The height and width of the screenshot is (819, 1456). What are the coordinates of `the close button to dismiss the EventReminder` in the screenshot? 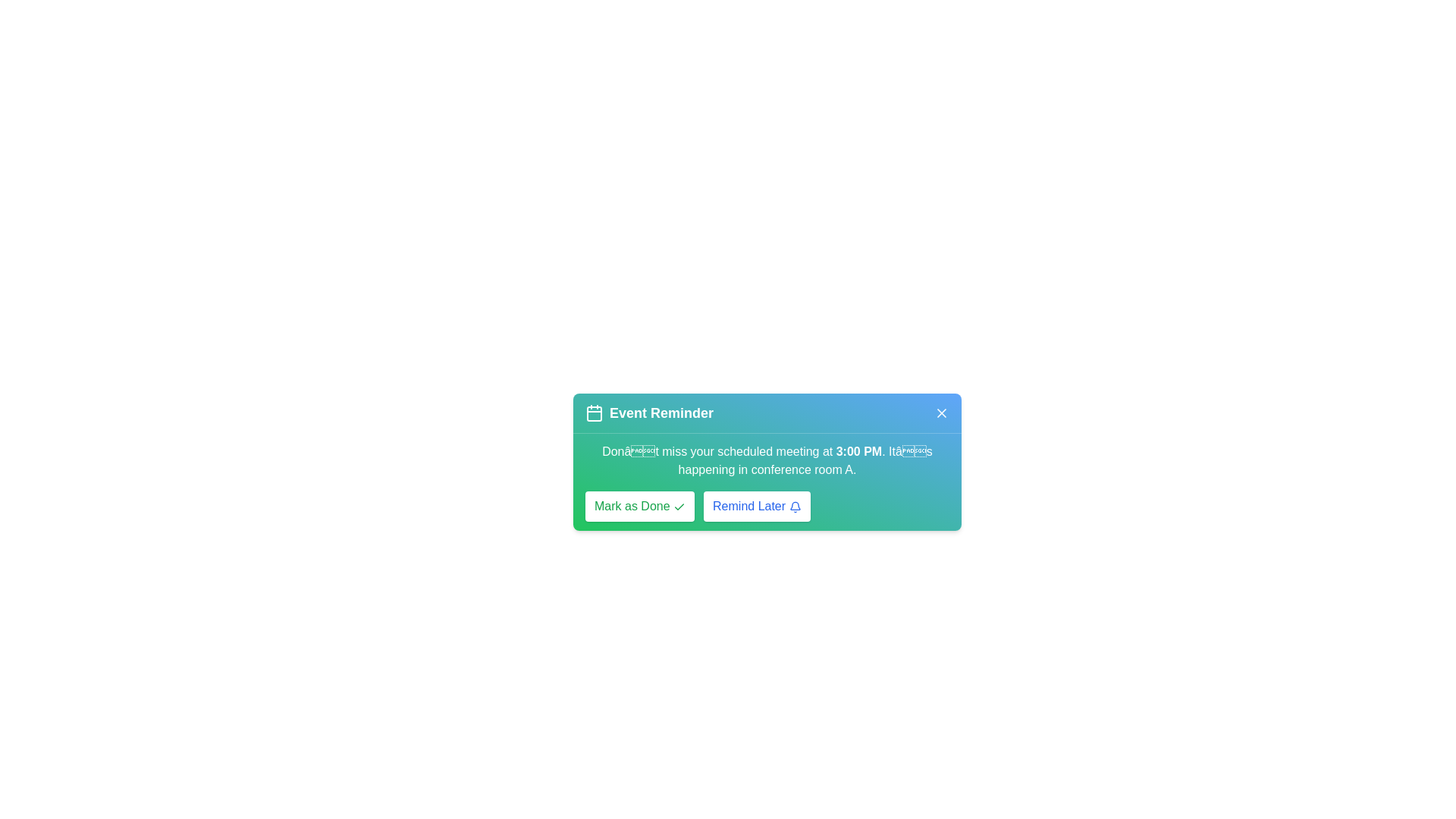 It's located at (941, 413).